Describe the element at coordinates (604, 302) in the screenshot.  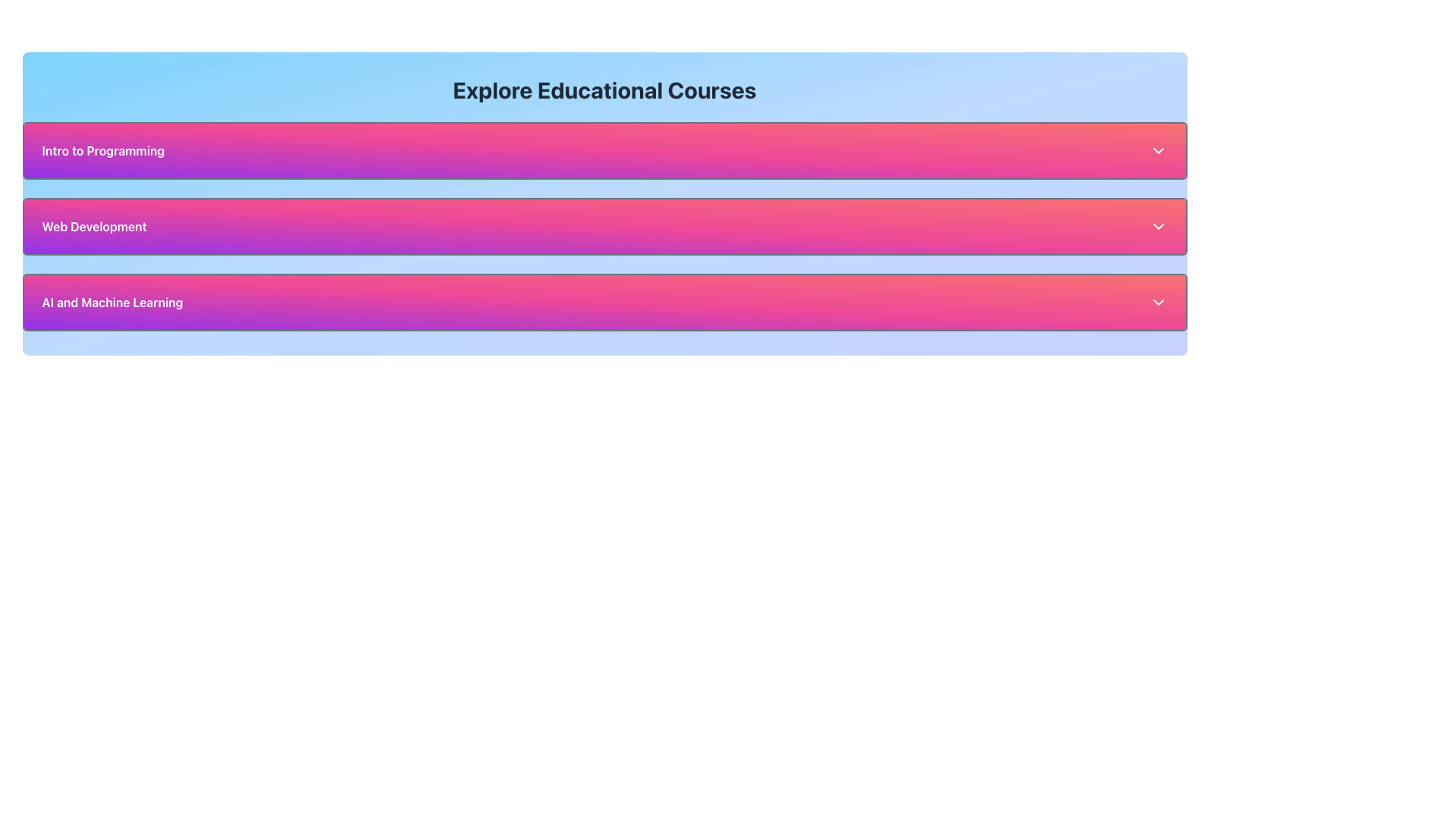
I see `the last option in the list of educational courses titled 'AI and Machine Learning'` at that location.